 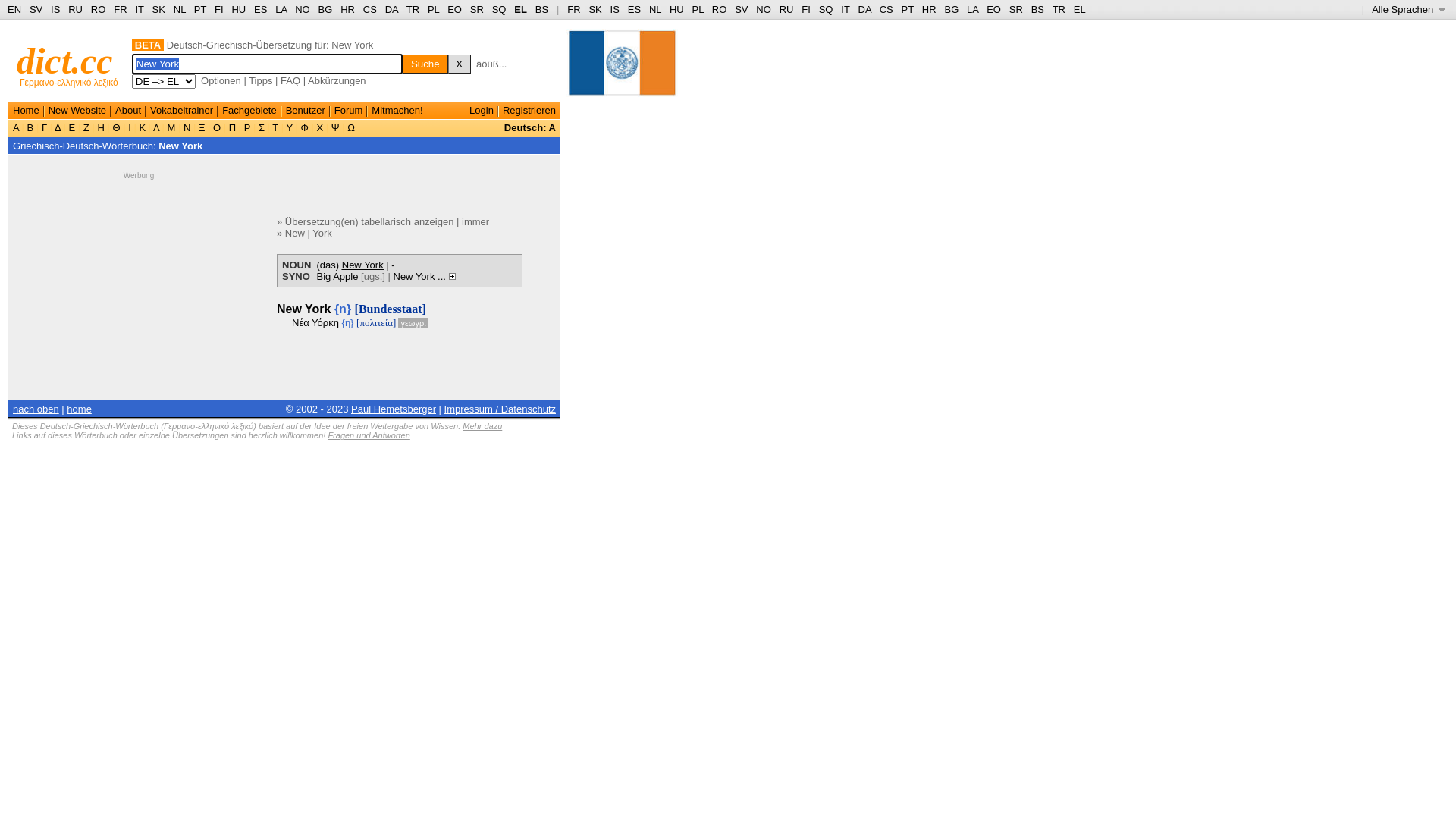 What do you see at coordinates (475, 9) in the screenshot?
I see `'SR'` at bounding box center [475, 9].